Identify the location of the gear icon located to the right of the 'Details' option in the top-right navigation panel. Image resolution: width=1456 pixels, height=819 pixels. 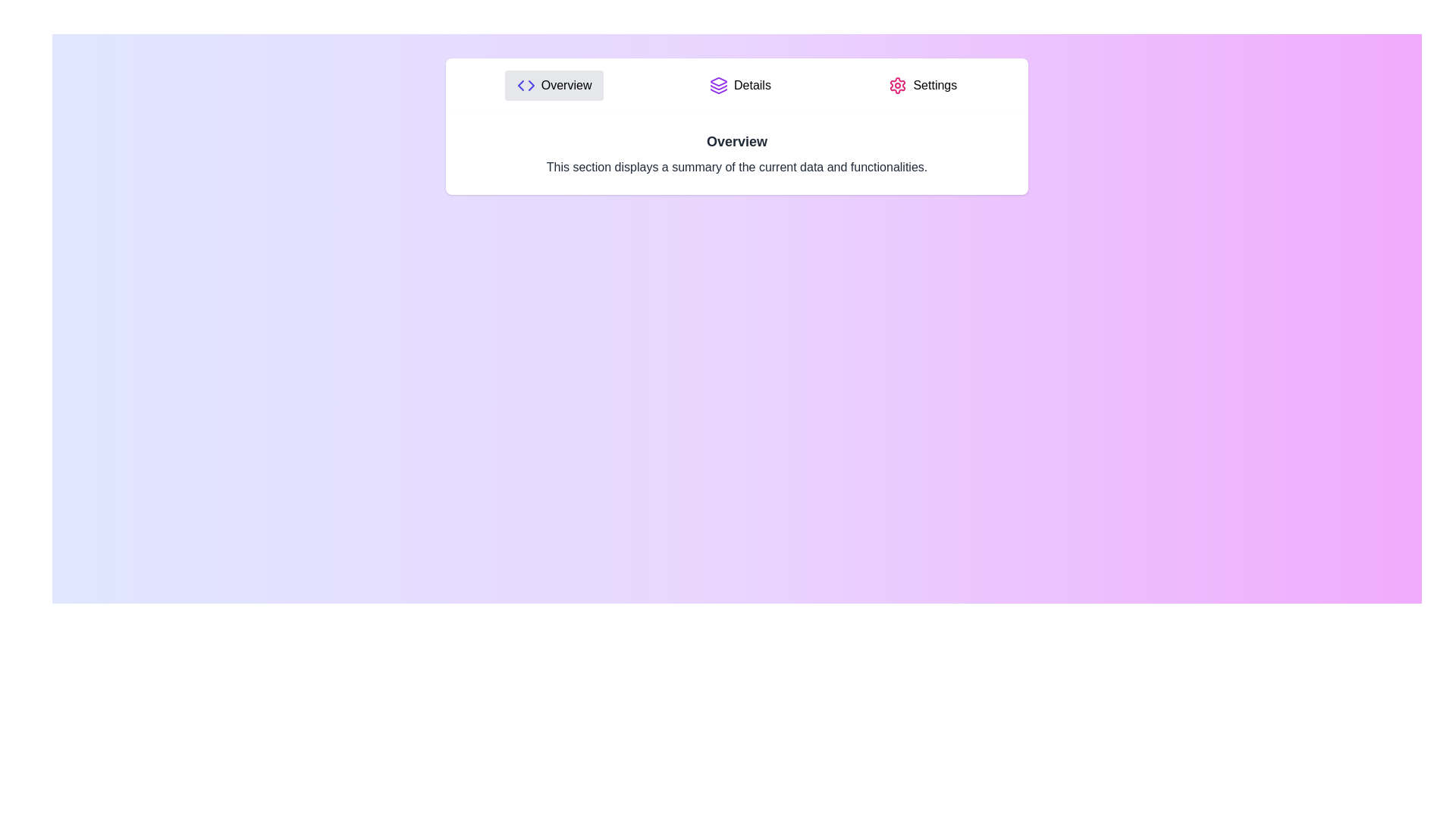
(898, 85).